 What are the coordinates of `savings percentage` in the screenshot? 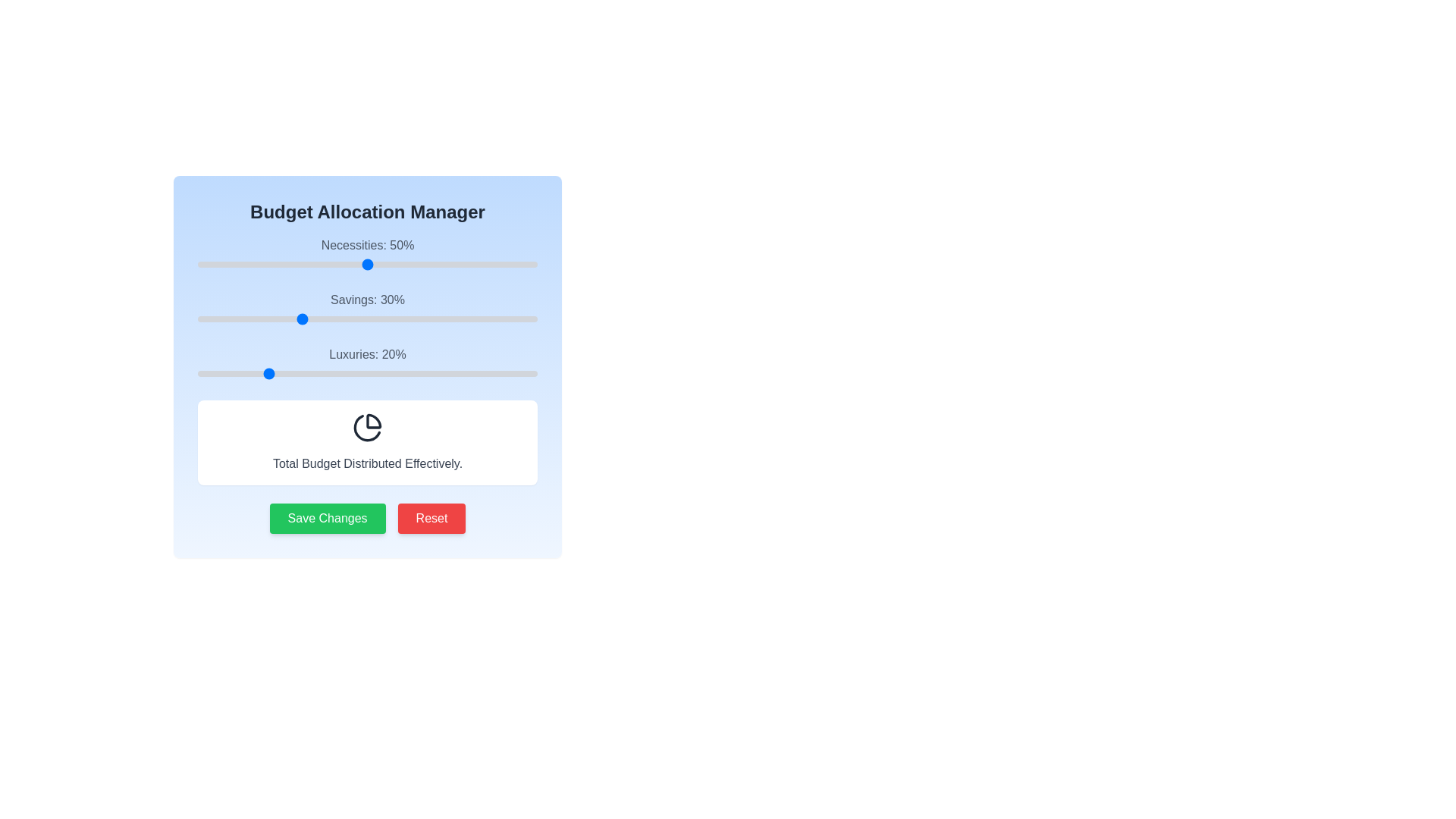 It's located at (356, 318).